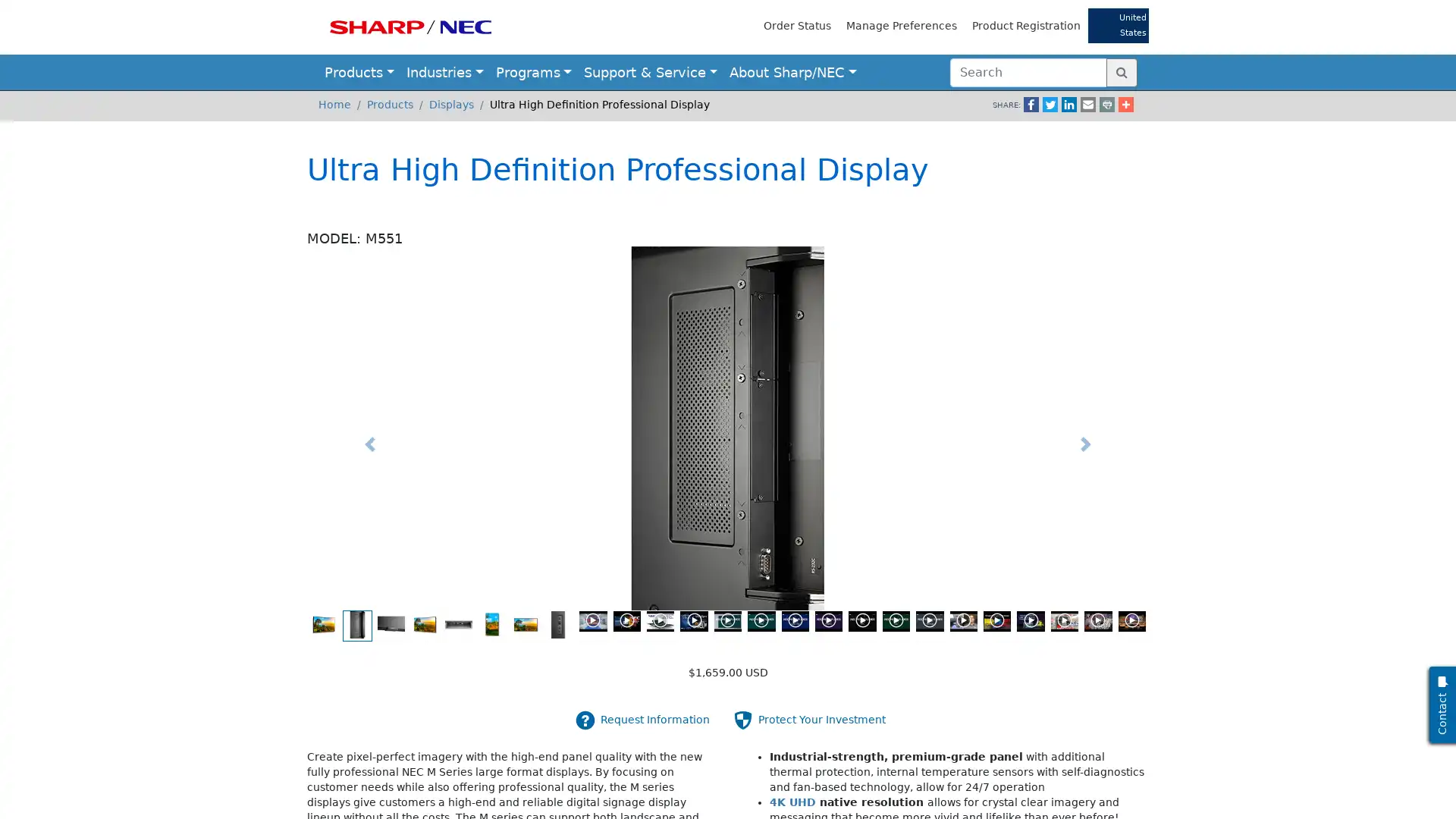 The height and width of the screenshot is (819, 1456). I want to click on Share to Email, so click(1065, 104).